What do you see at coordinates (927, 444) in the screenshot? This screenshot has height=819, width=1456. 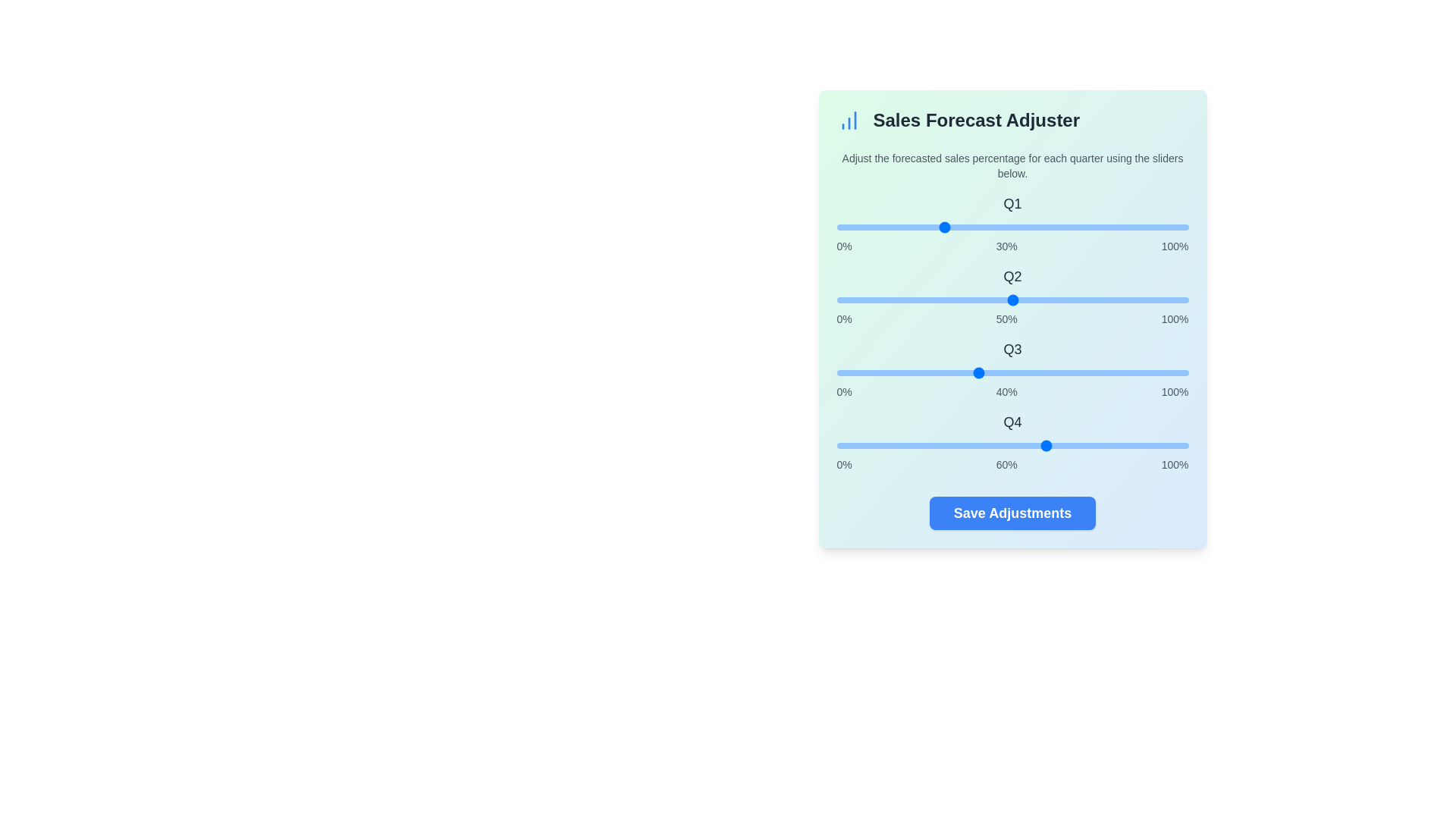 I see `the Q4 slider to 26%` at bounding box center [927, 444].